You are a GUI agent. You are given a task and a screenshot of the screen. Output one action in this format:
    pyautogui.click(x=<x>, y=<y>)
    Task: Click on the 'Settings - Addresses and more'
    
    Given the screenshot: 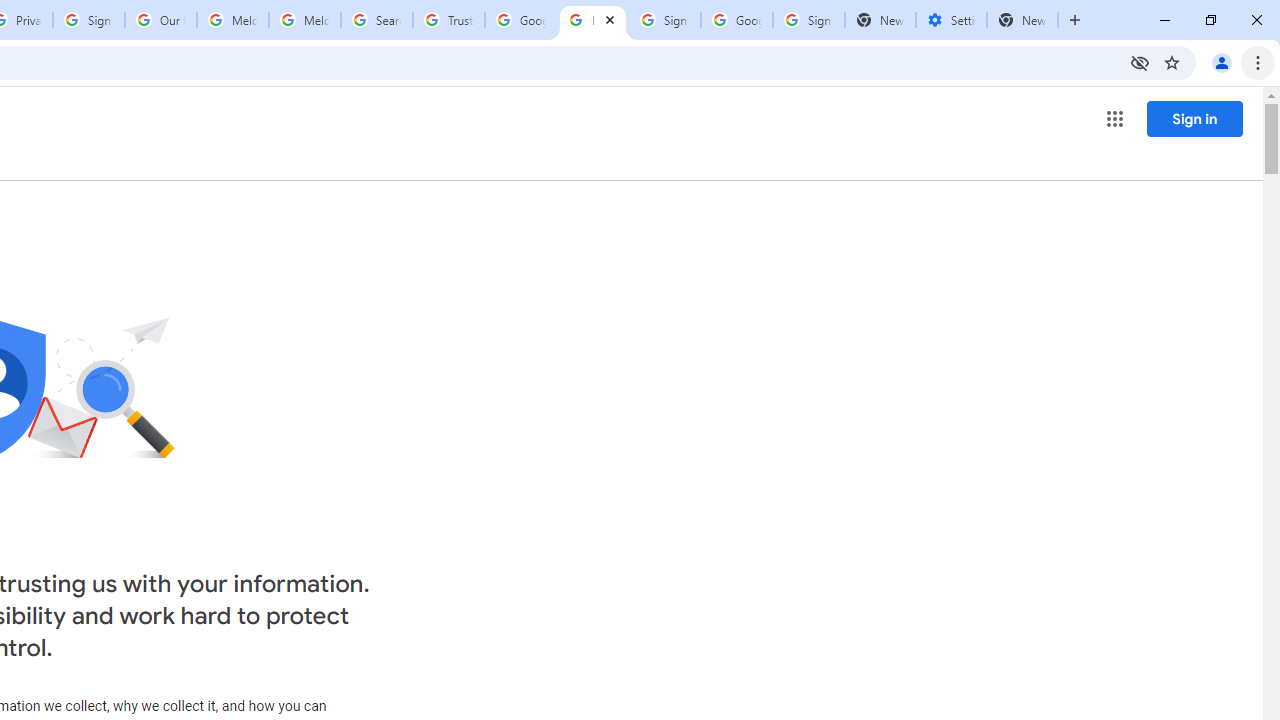 What is the action you would take?
    pyautogui.click(x=950, y=20)
    